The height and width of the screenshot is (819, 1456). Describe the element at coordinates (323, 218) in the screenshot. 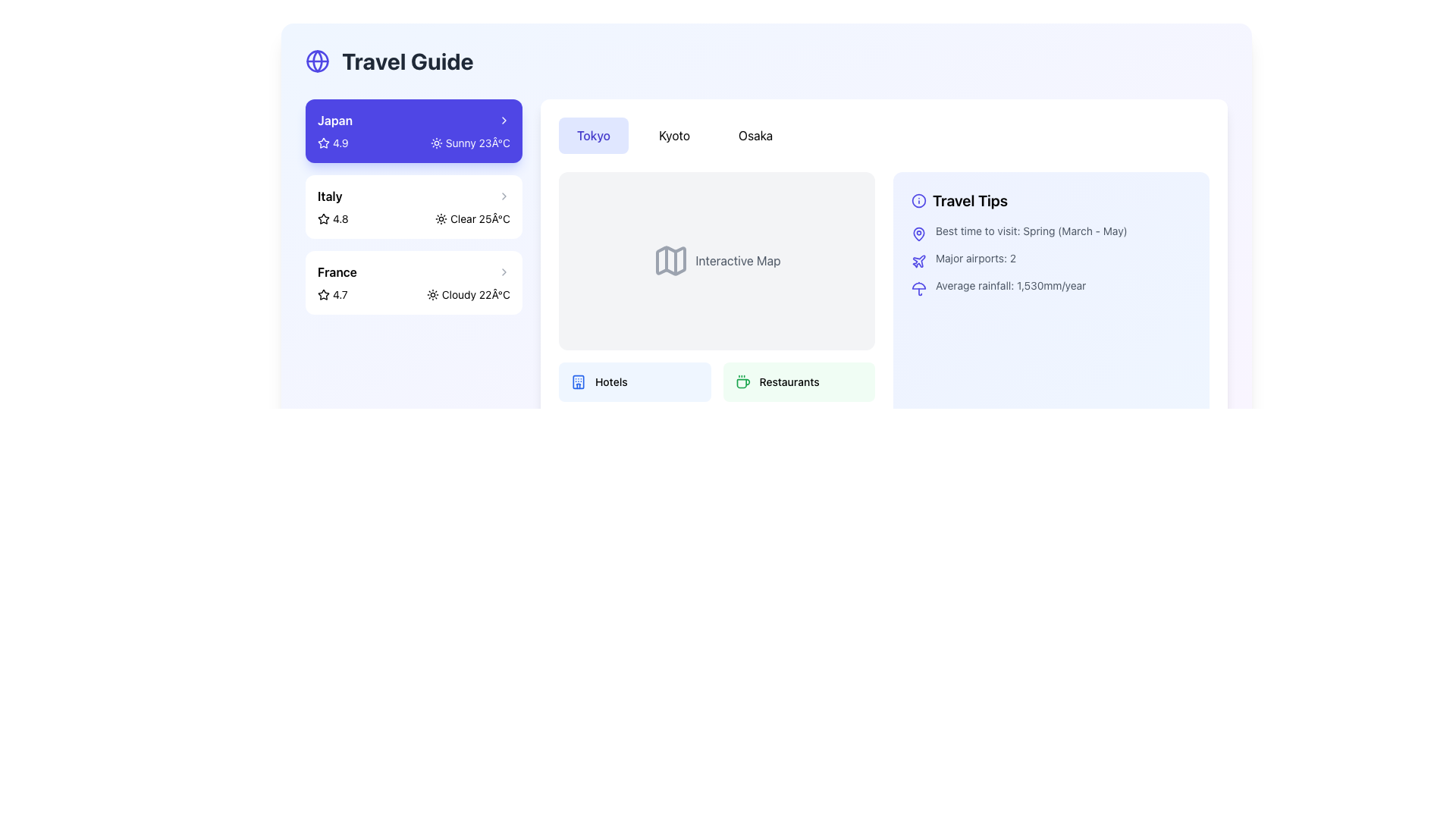

I see `the star-shaped icon used for rating or marking favorites that is the second item in the vertical list on the left-hand side panel, aligning with the 'Italy' option` at that location.